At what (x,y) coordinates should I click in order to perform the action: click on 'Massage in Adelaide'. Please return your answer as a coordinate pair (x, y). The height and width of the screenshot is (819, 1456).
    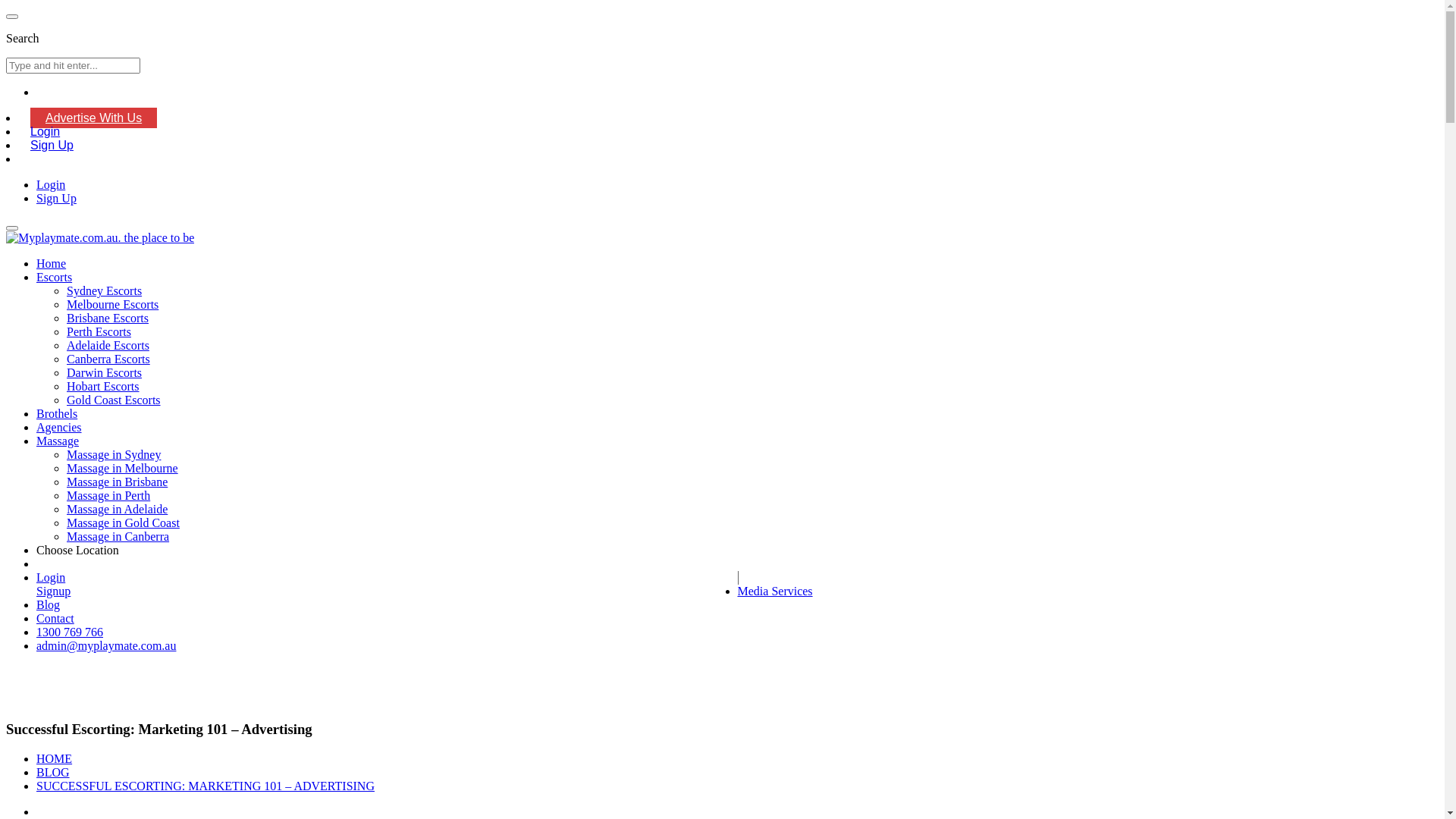
    Looking at the image, I should click on (116, 509).